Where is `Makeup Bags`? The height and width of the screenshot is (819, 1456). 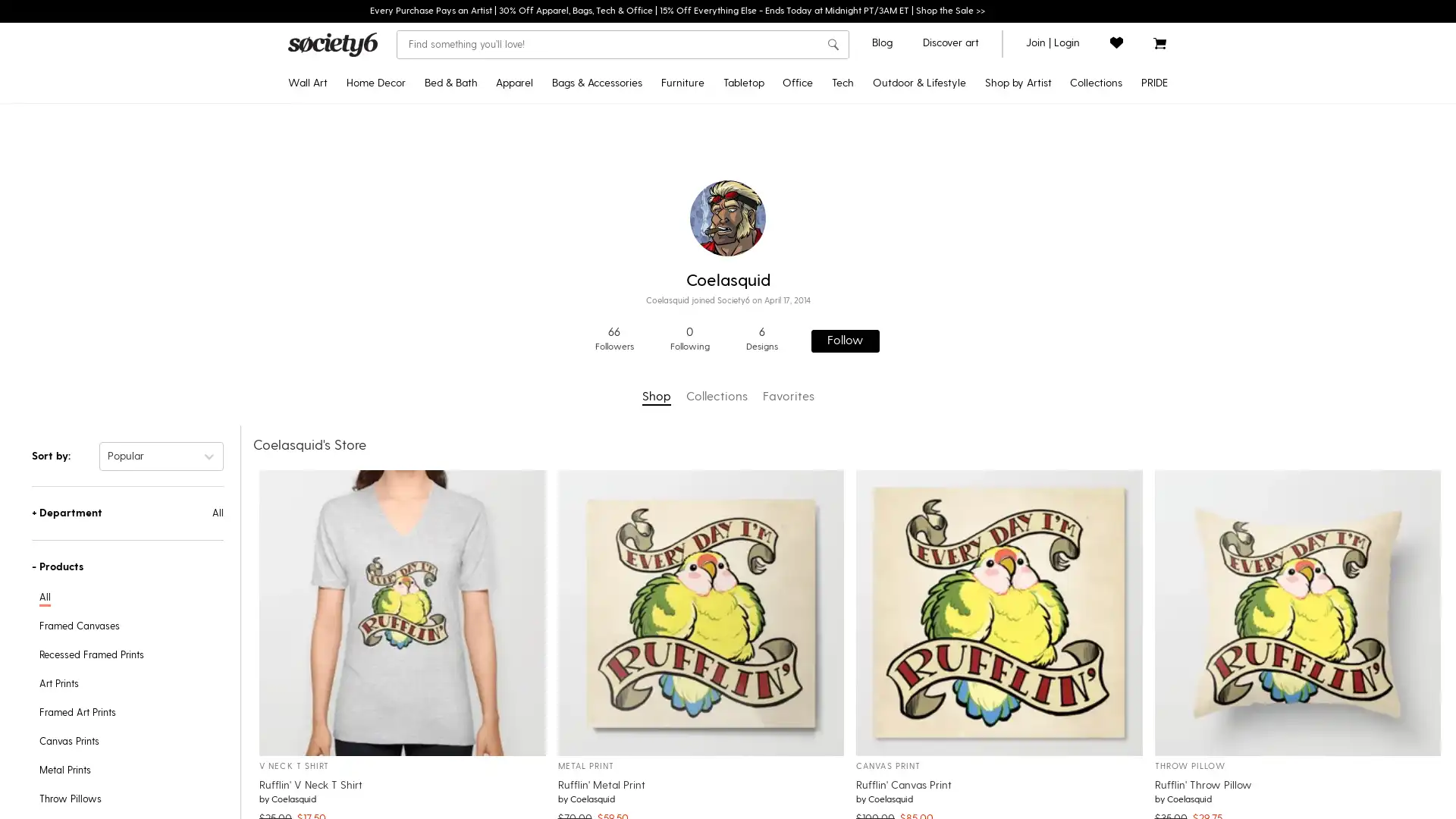
Makeup Bags is located at coordinates (607, 268).